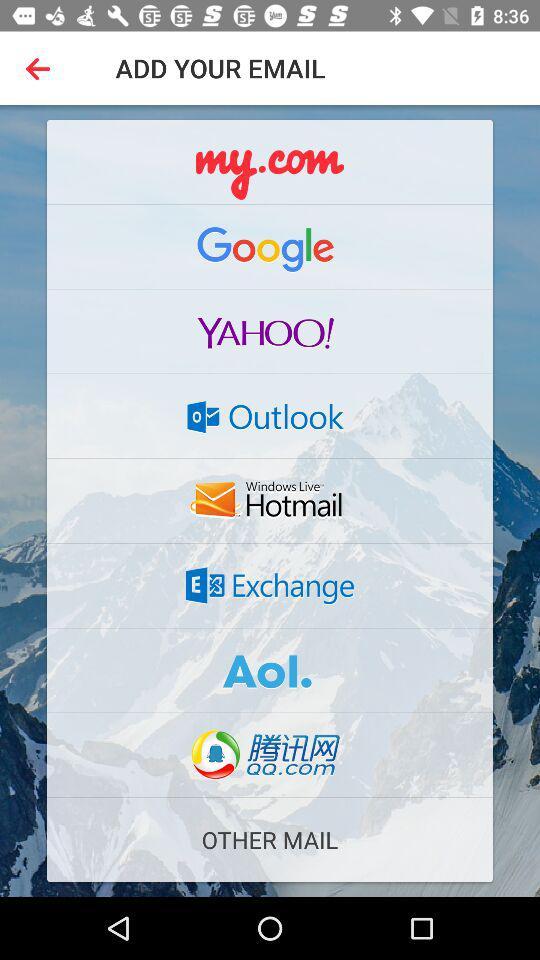 This screenshot has width=540, height=960. What do you see at coordinates (270, 585) in the screenshot?
I see `open exchange` at bounding box center [270, 585].